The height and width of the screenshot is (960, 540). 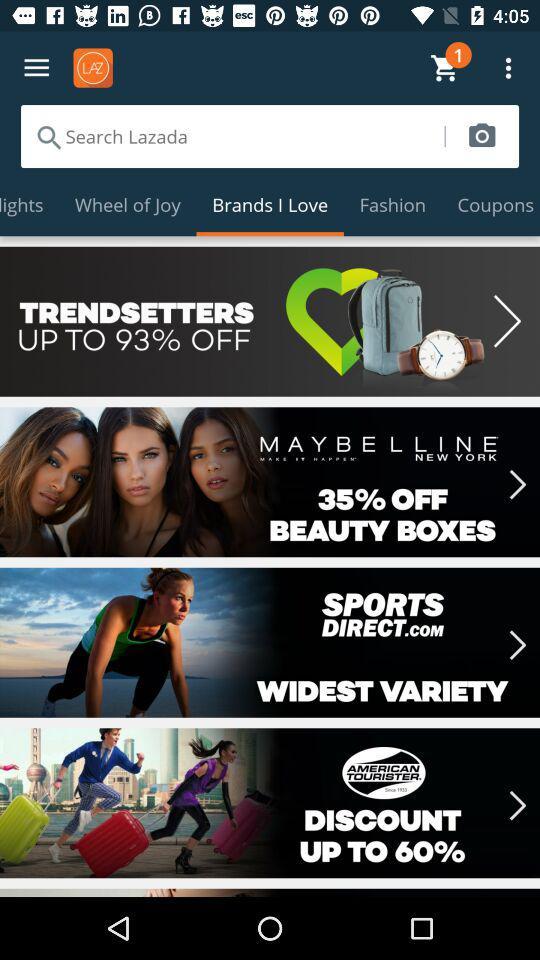 What do you see at coordinates (270, 803) in the screenshot?
I see `choose discount for american tourister` at bounding box center [270, 803].